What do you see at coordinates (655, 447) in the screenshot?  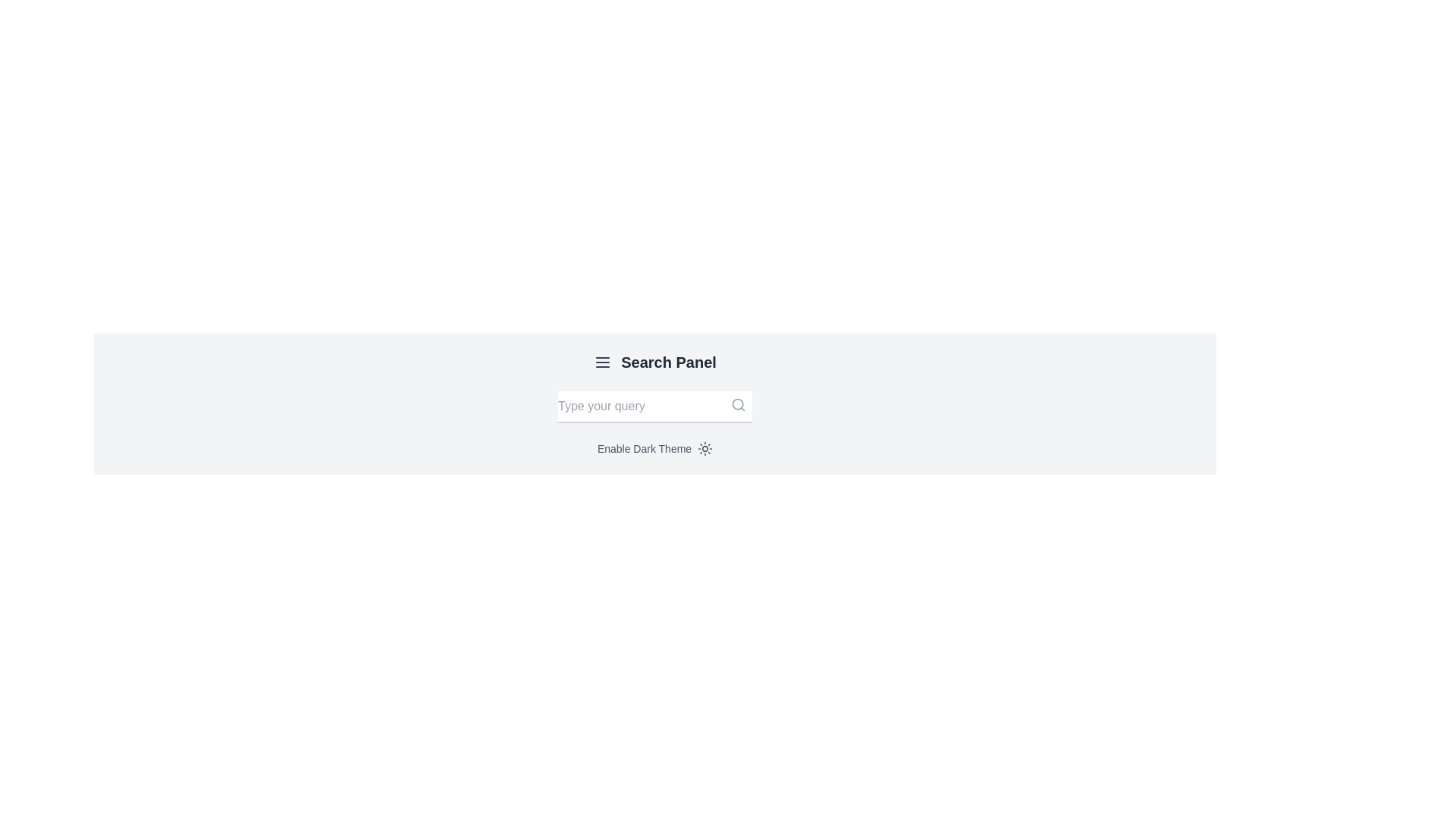 I see `the sun icon on the 'Enable Dark Theme' toggle switch group` at bounding box center [655, 447].